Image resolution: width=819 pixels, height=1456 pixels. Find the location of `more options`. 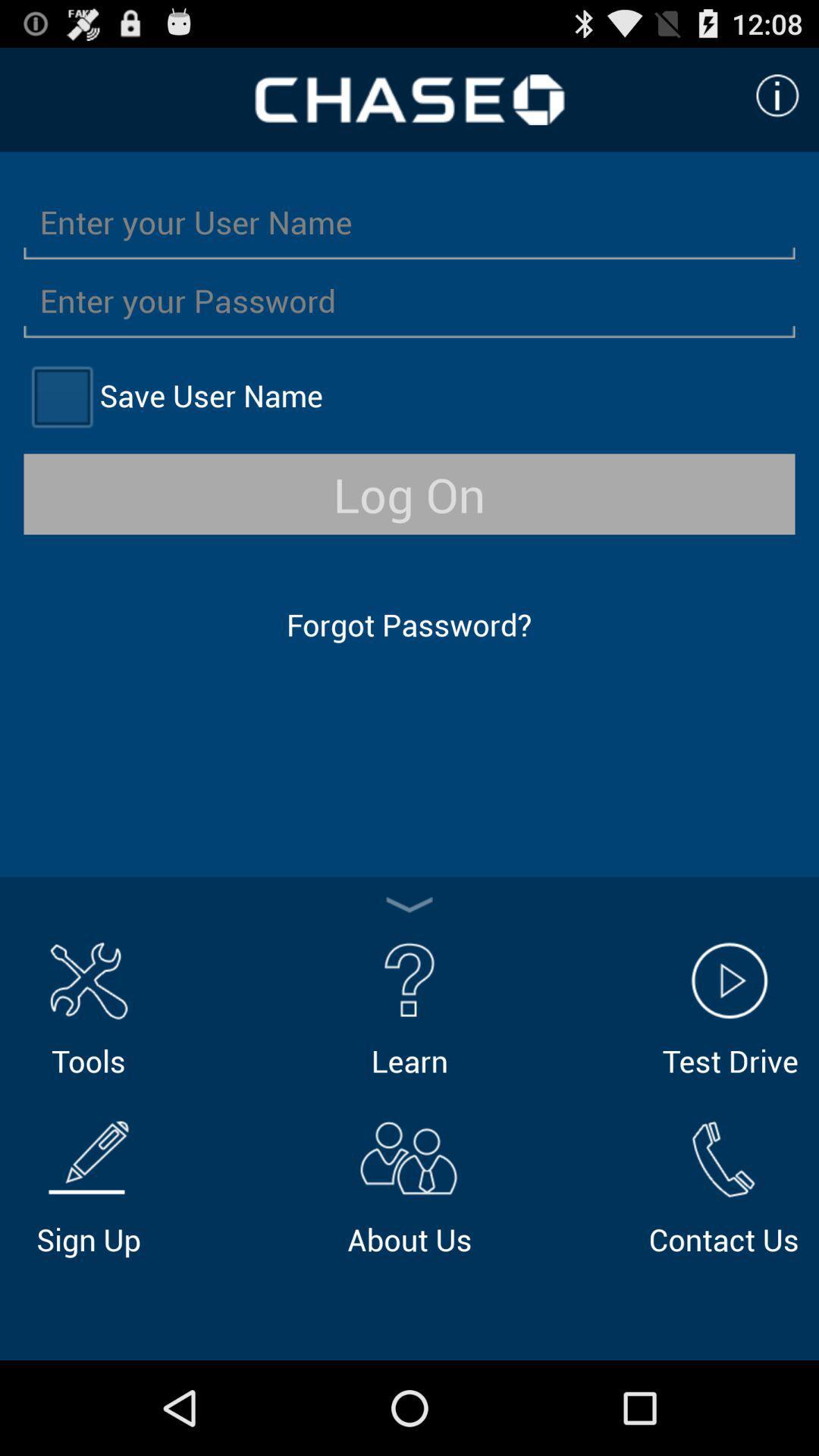

more options is located at coordinates (409, 905).